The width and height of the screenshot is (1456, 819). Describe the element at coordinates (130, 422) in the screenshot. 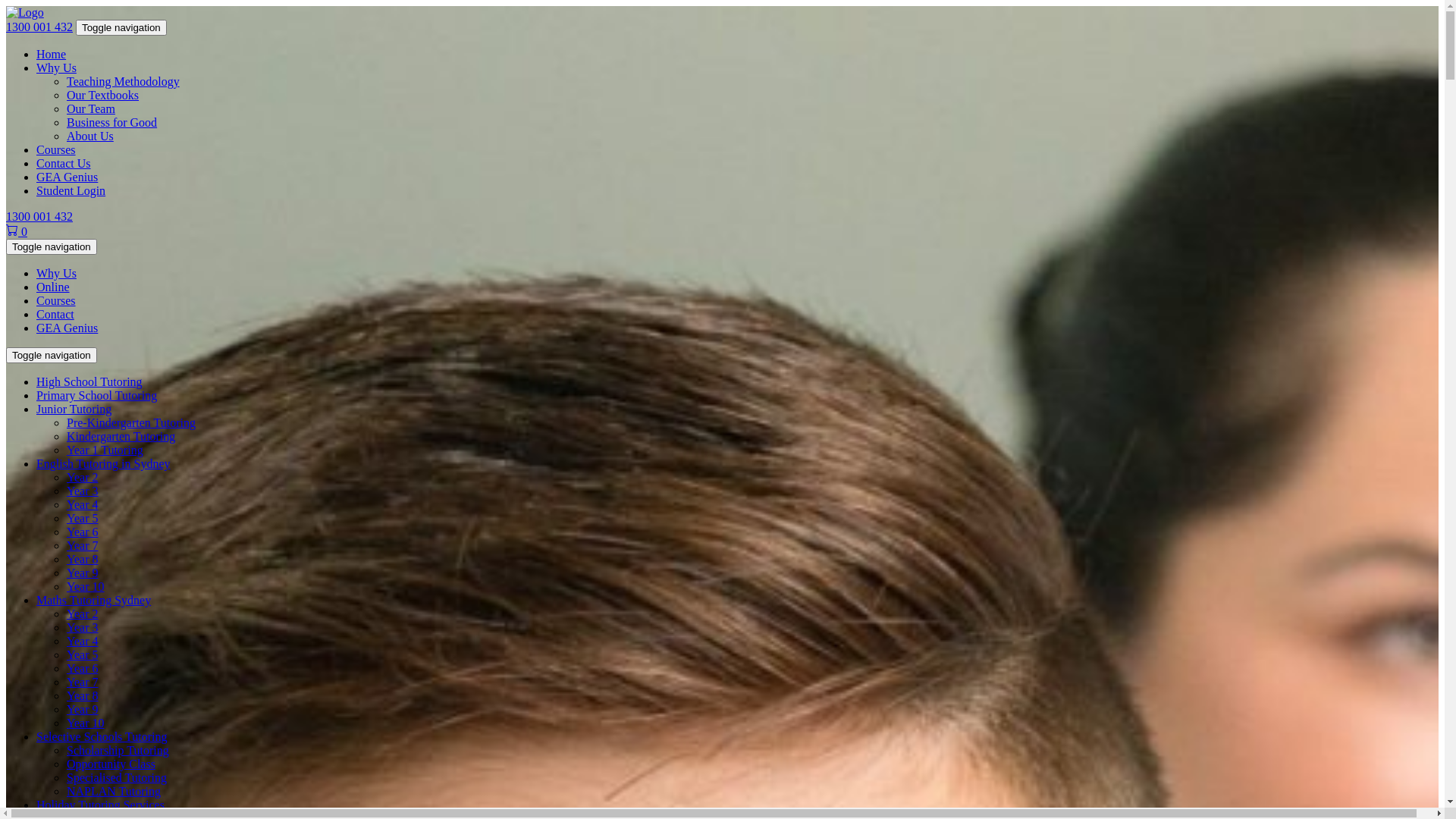

I see `'Pre-Kindergarten Tutoring'` at that location.